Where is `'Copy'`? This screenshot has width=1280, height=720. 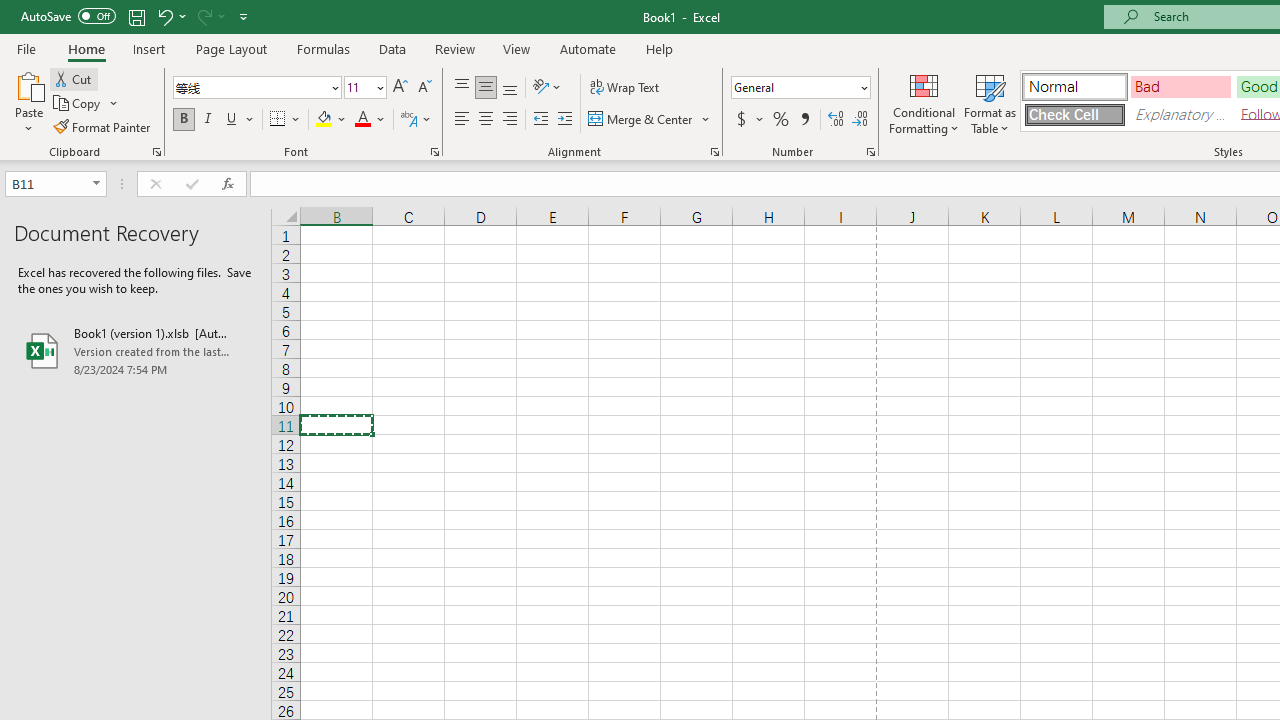 'Copy' is located at coordinates (85, 103).